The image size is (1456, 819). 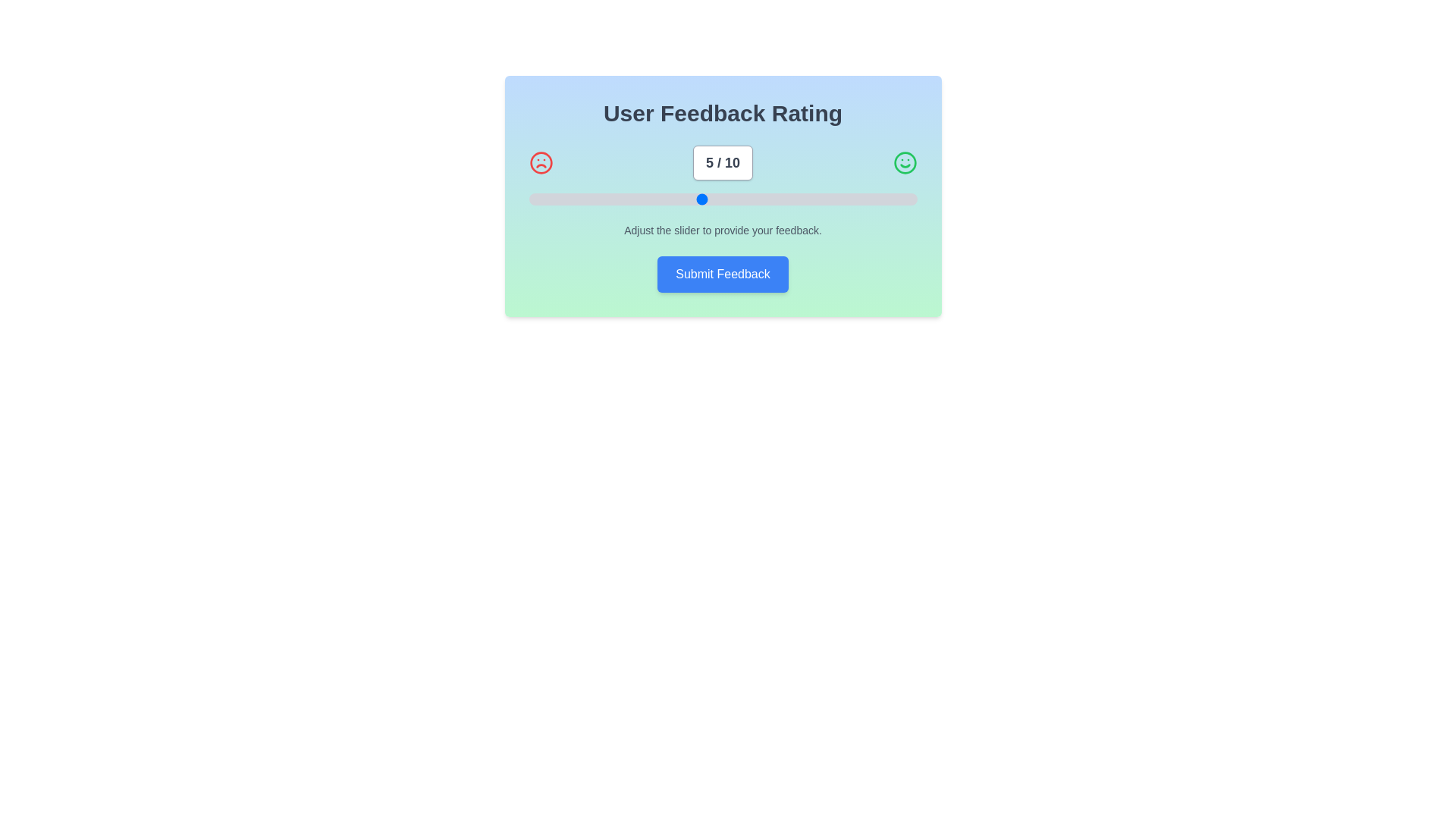 I want to click on the frown icon to interact with it, so click(x=541, y=163).